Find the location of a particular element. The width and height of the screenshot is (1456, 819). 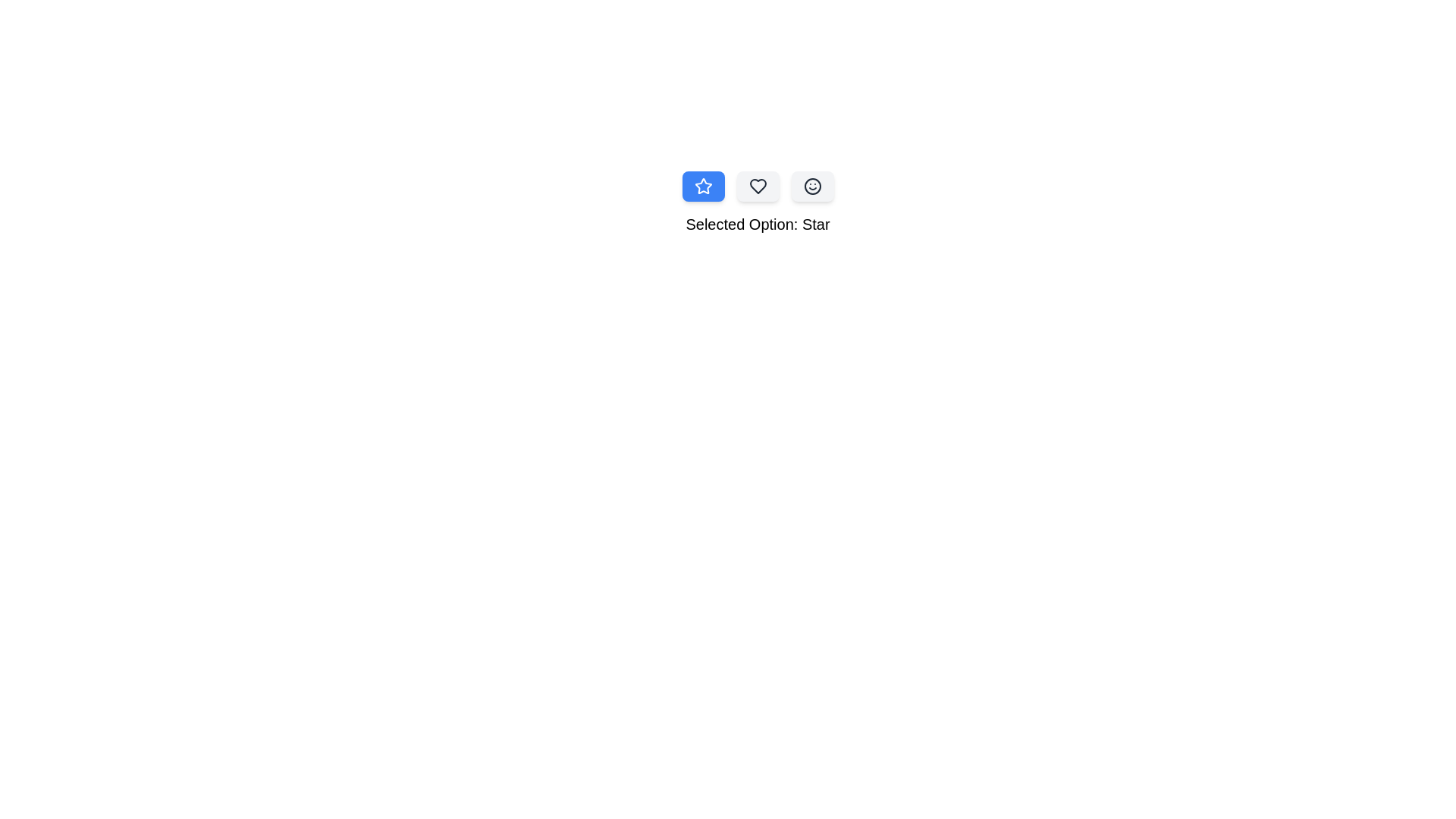

the Star icon option is located at coordinates (702, 186).